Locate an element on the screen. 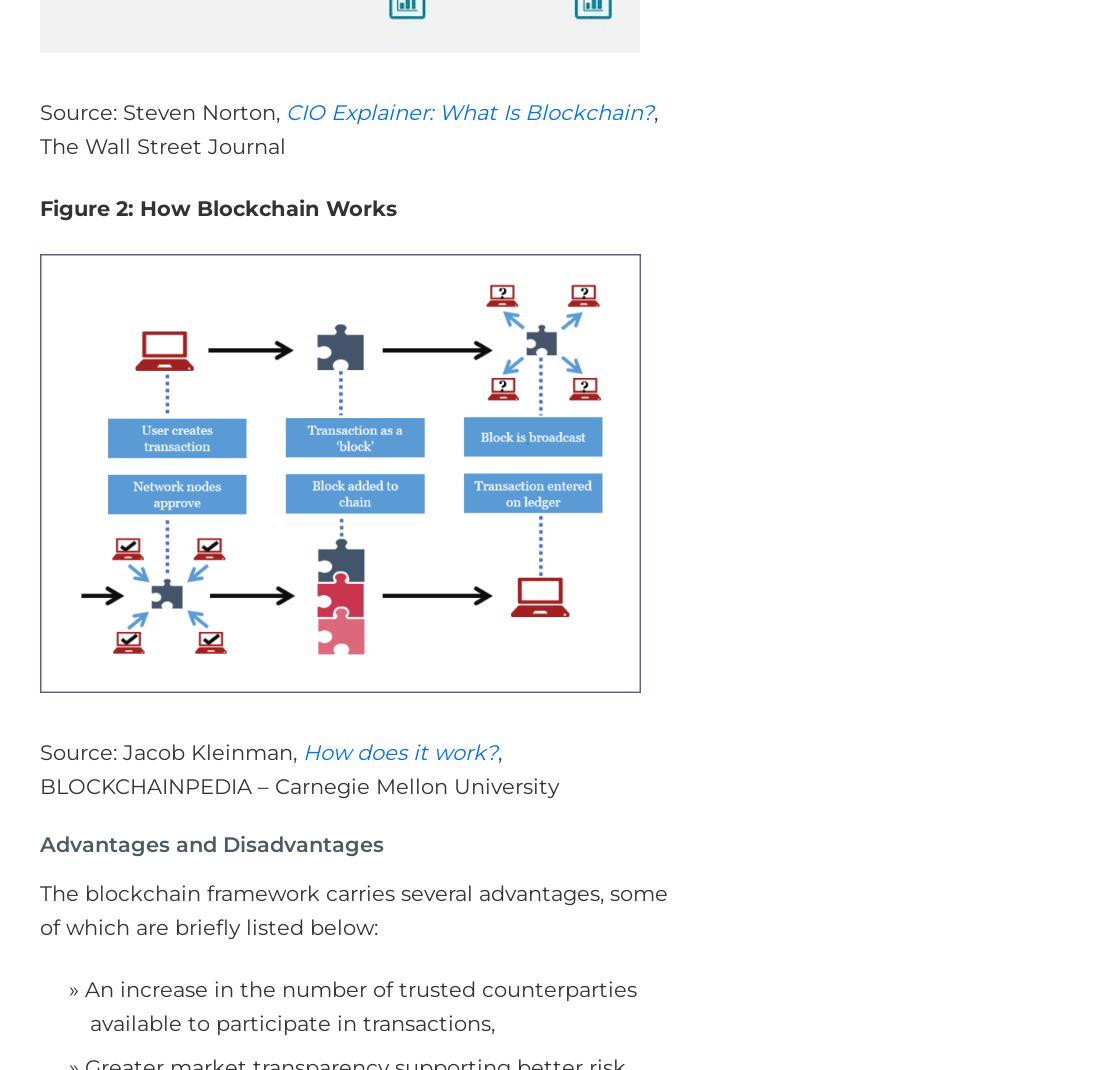  'Advantages and Disadvantages' is located at coordinates (212, 843).